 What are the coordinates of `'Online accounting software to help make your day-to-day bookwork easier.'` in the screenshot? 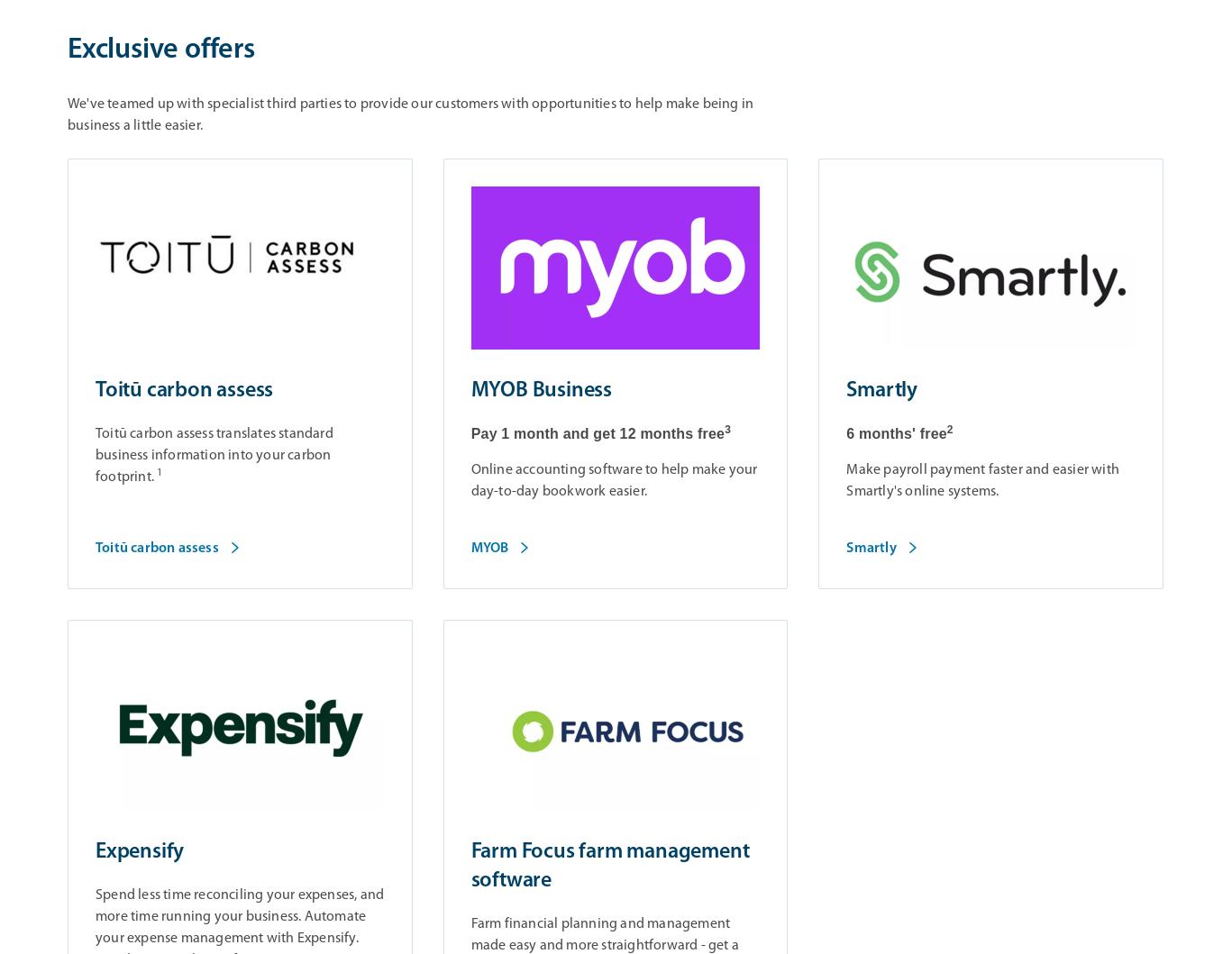 It's located at (614, 478).